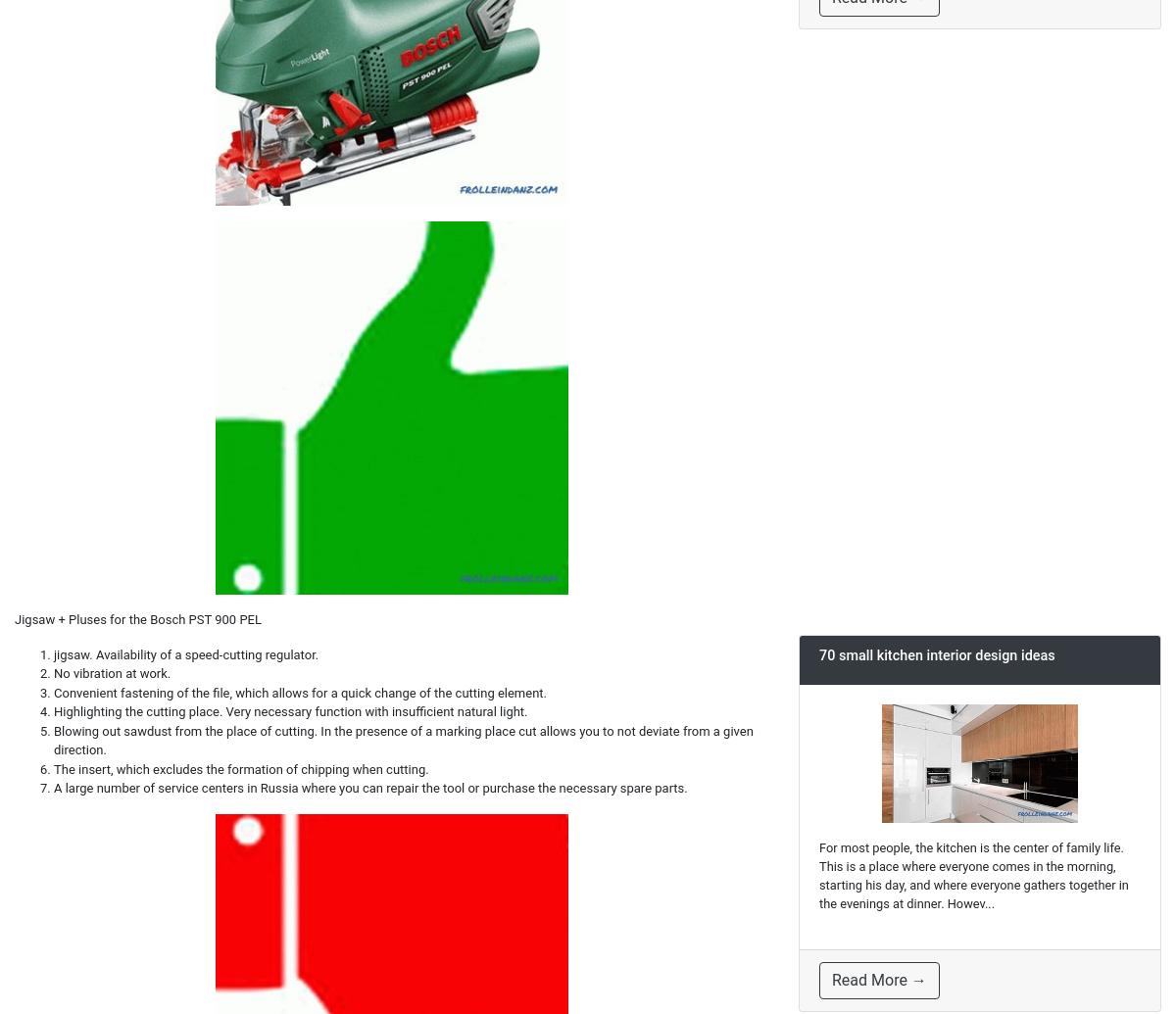  I want to click on 'Read More →', so click(878, 978).